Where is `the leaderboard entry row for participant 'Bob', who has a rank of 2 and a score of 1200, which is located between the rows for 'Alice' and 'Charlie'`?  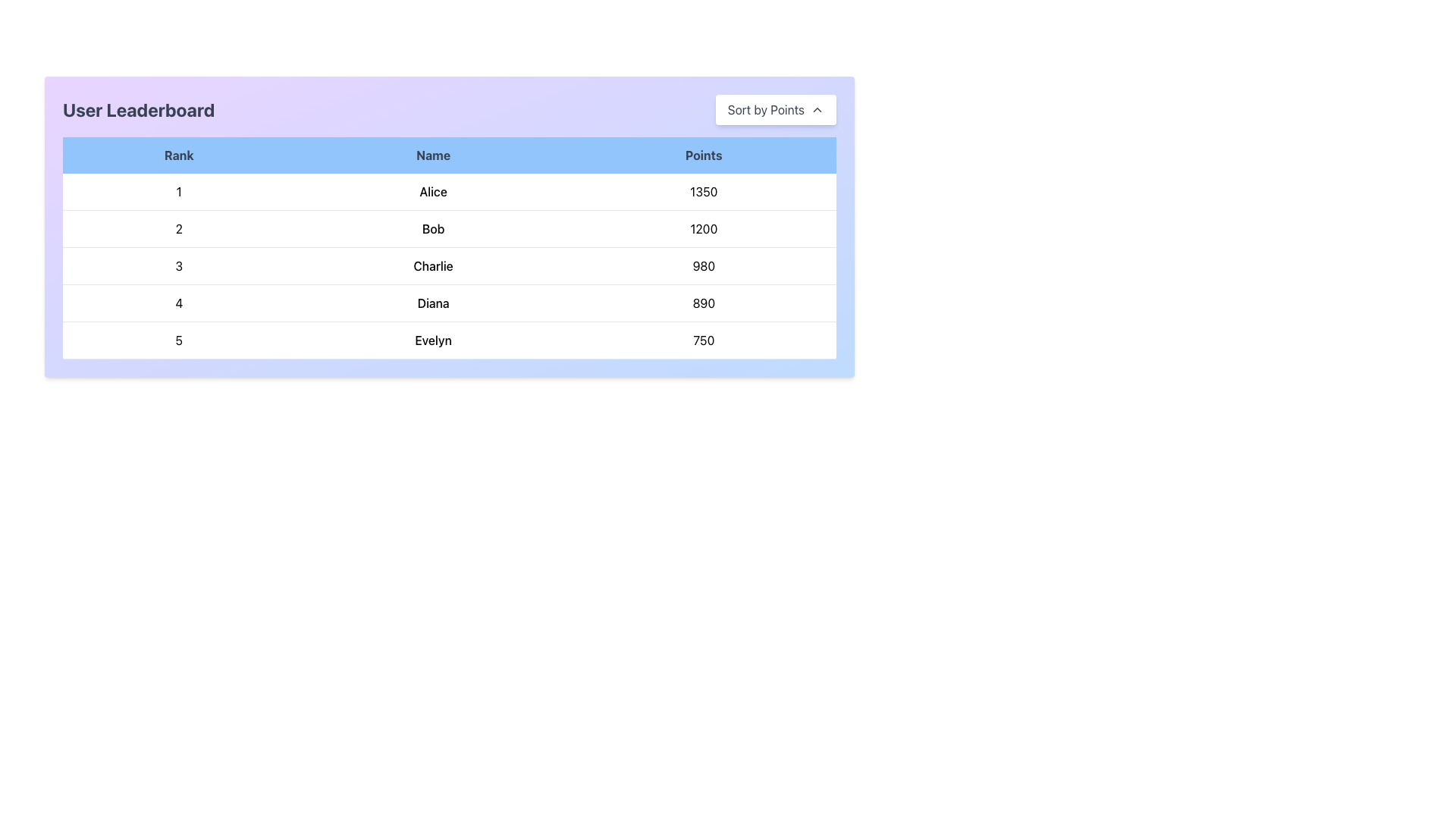 the leaderboard entry row for participant 'Bob', who has a rank of 2 and a score of 1200, which is located between the rows for 'Alice' and 'Charlie' is located at coordinates (449, 228).